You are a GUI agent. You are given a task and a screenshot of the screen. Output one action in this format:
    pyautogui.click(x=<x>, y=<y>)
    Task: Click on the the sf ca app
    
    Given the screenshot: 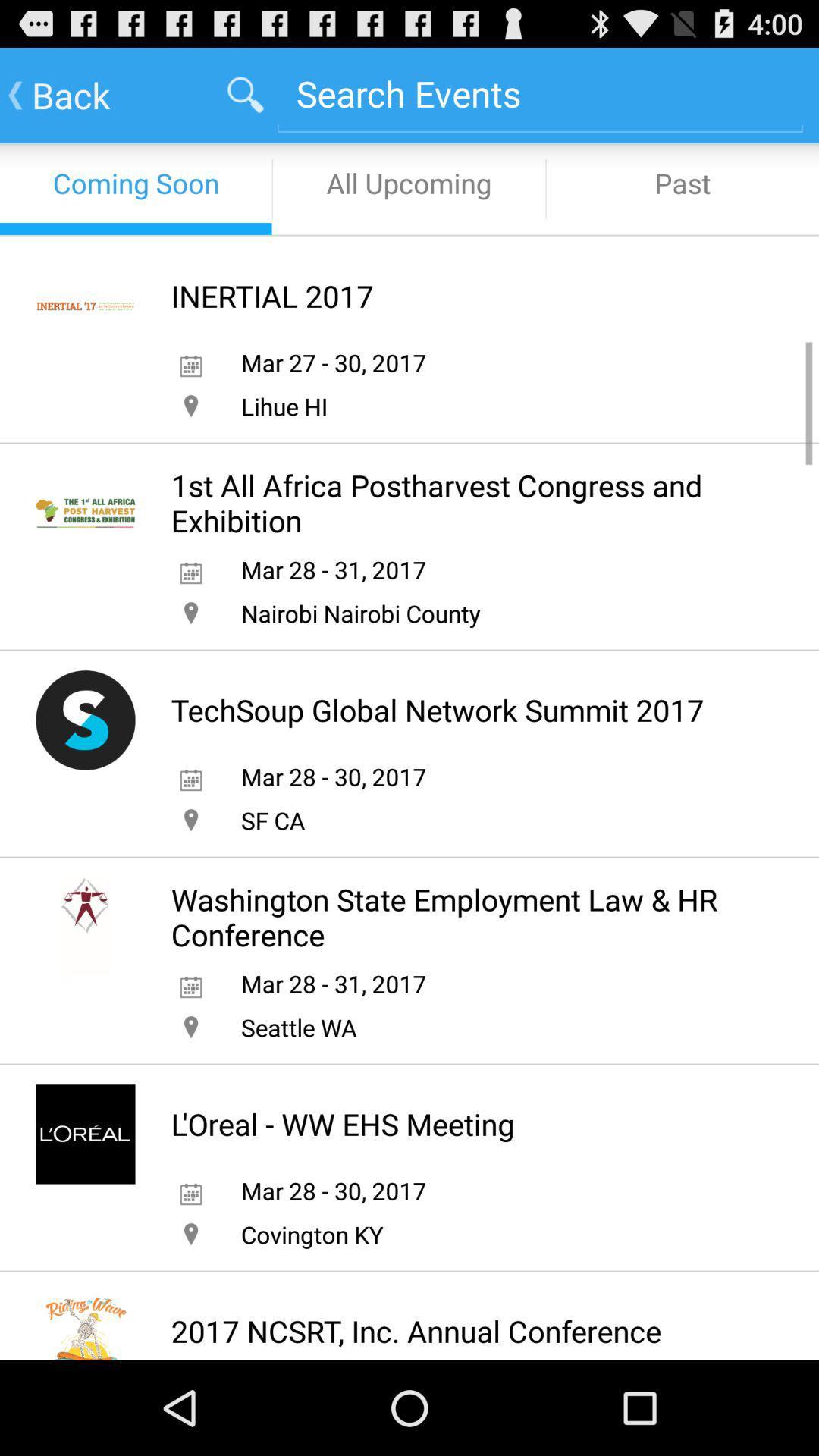 What is the action you would take?
    pyautogui.click(x=271, y=819)
    